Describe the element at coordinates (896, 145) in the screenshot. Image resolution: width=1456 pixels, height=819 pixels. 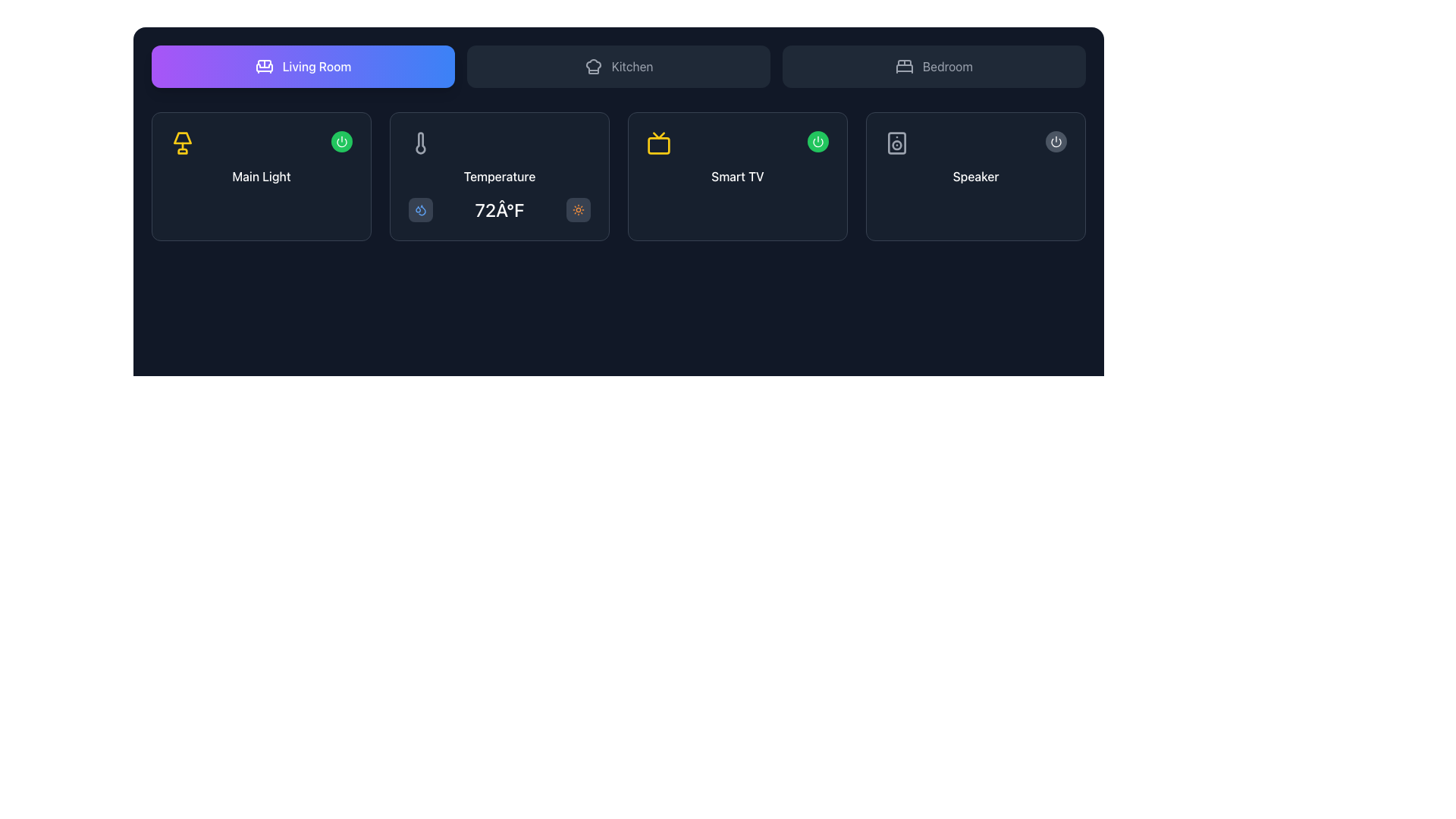
I see `the SVG circle representing a component of the speaker's visual icon, located on the far right of the row containing the Smart TV icon` at that location.